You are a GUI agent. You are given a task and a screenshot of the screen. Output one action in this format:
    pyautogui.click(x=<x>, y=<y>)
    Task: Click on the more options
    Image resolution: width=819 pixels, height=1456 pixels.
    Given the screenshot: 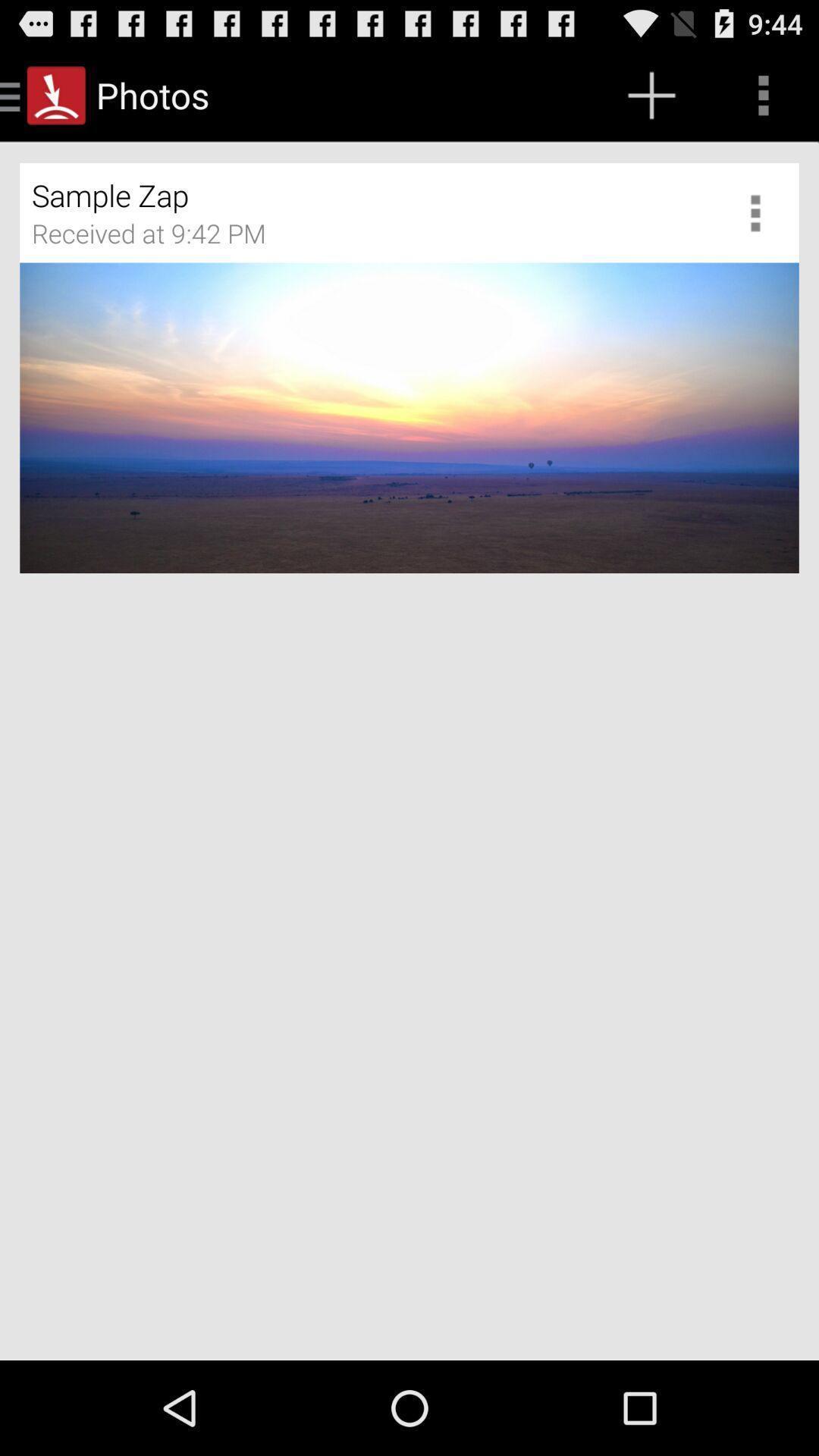 What is the action you would take?
    pyautogui.click(x=761, y=212)
    